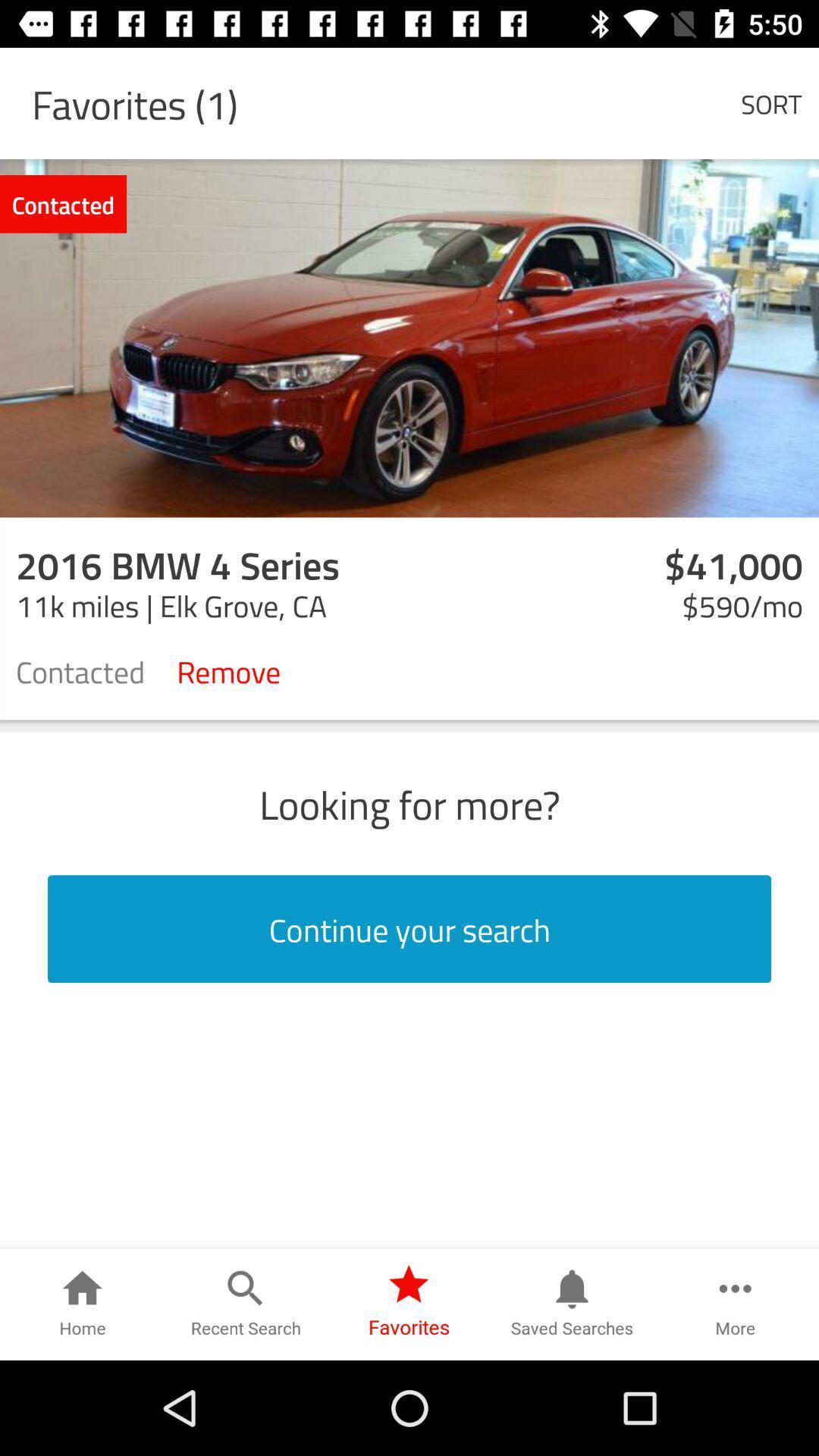 The width and height of the screenshot is (819, 1456). I want to click on icon to the left of $590/mo, so click(228, 670).